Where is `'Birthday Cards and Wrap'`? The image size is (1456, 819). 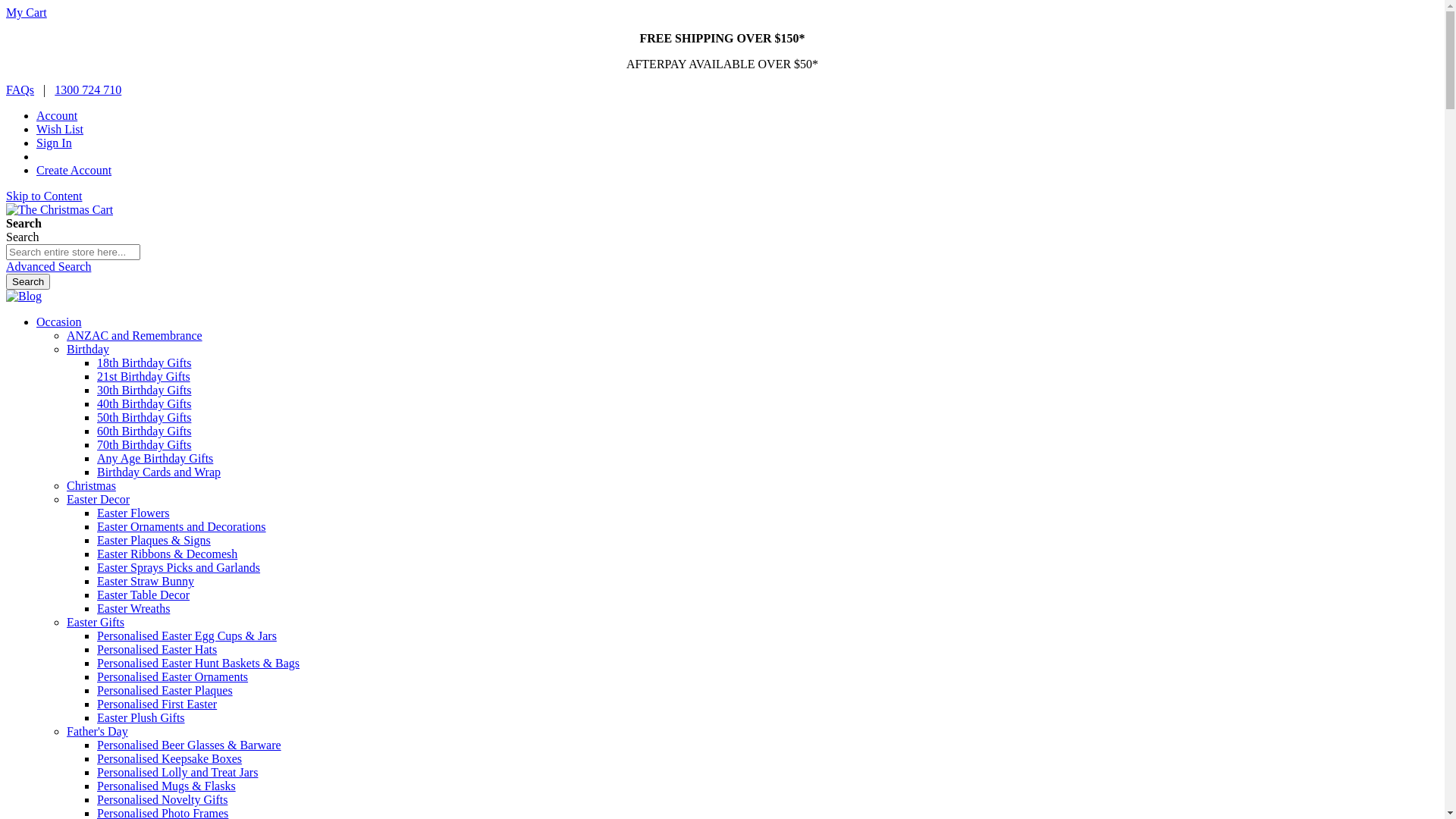
'Birthday Cards and Wrap' is located at coordinates (158, 471).